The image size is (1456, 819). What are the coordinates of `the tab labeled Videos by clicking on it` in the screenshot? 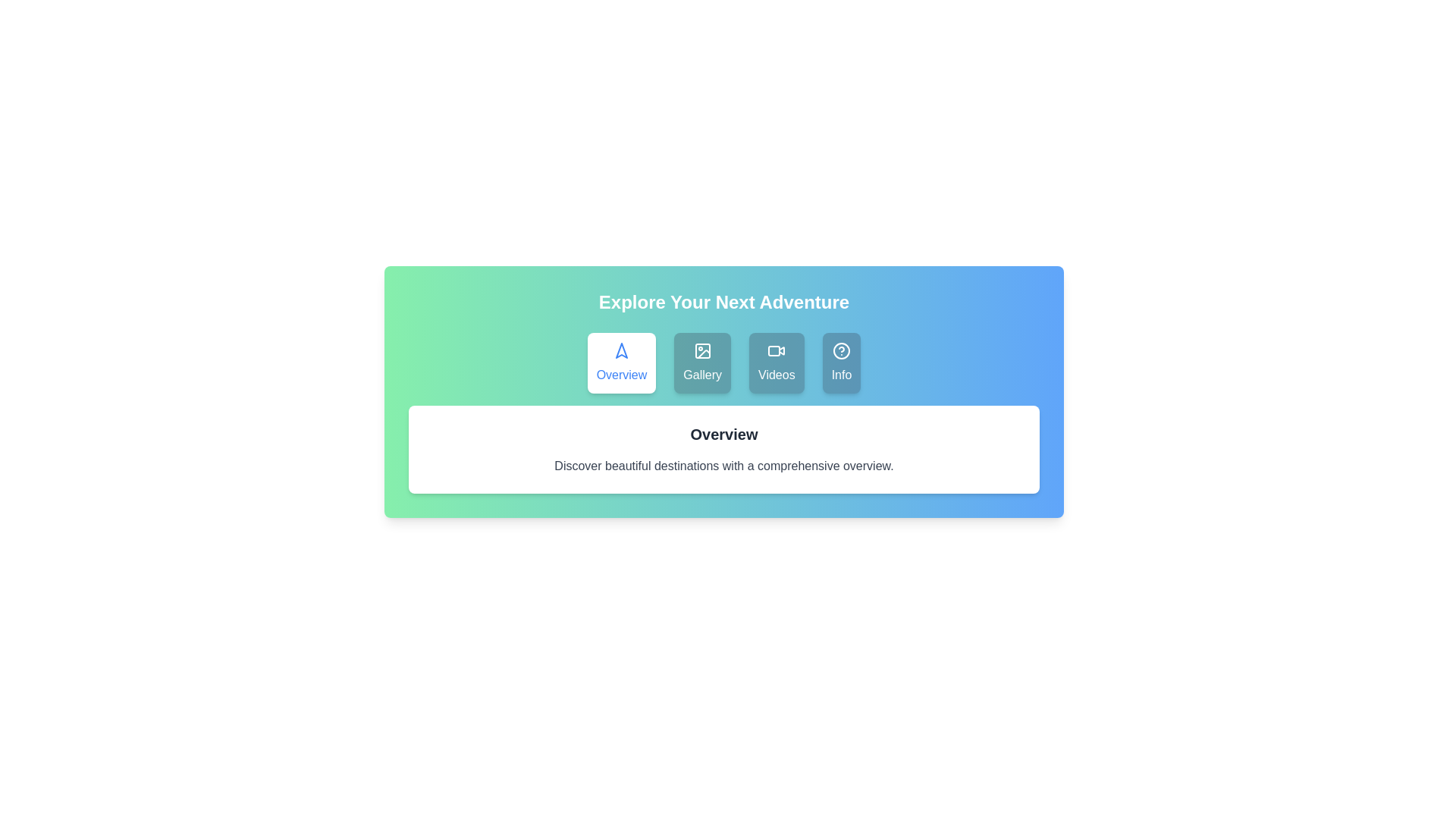 It's located at (777, 362).